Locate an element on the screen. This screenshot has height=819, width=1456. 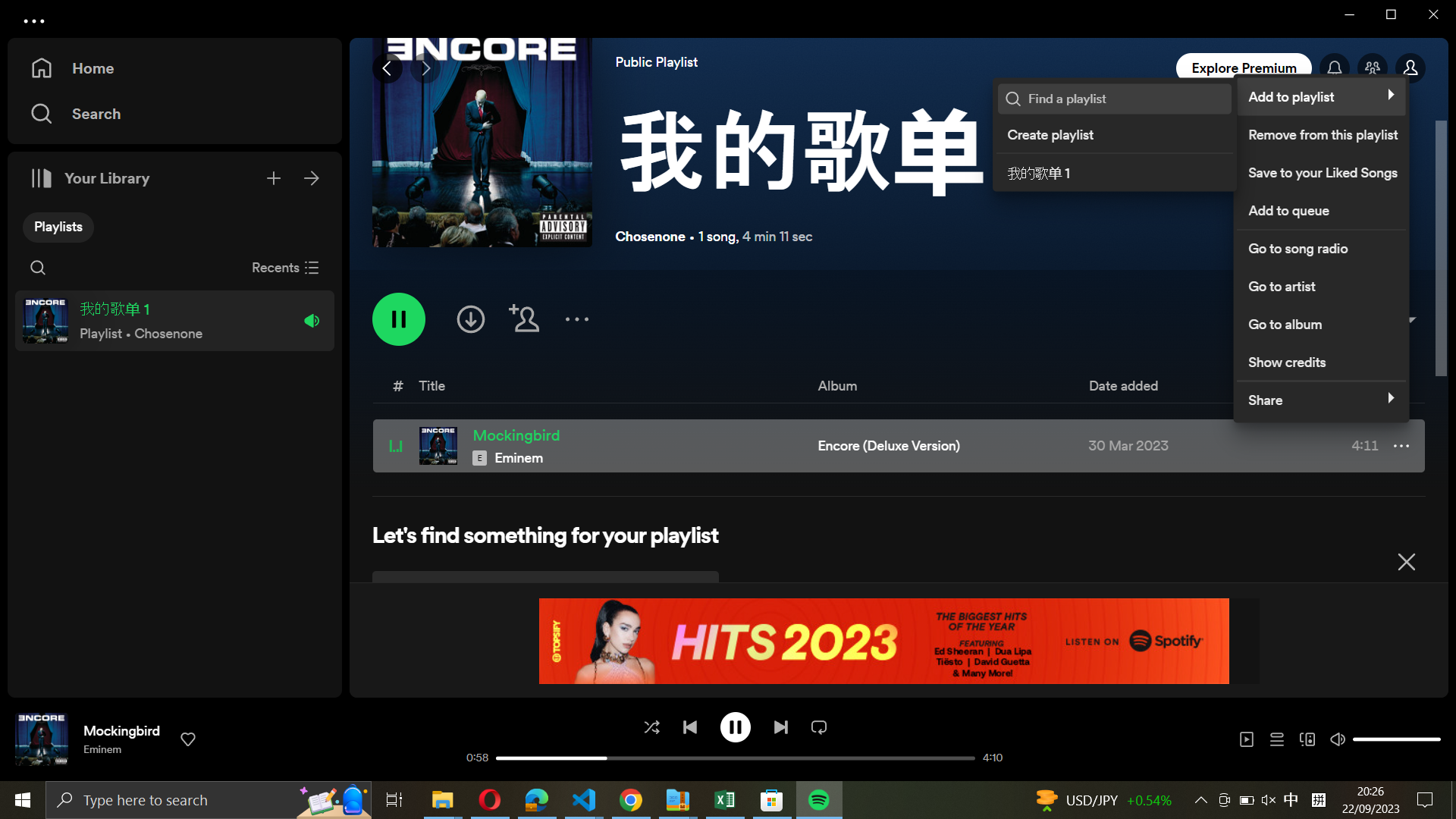
Click button for going for a specific artist is located at coordinates (1319, 284).